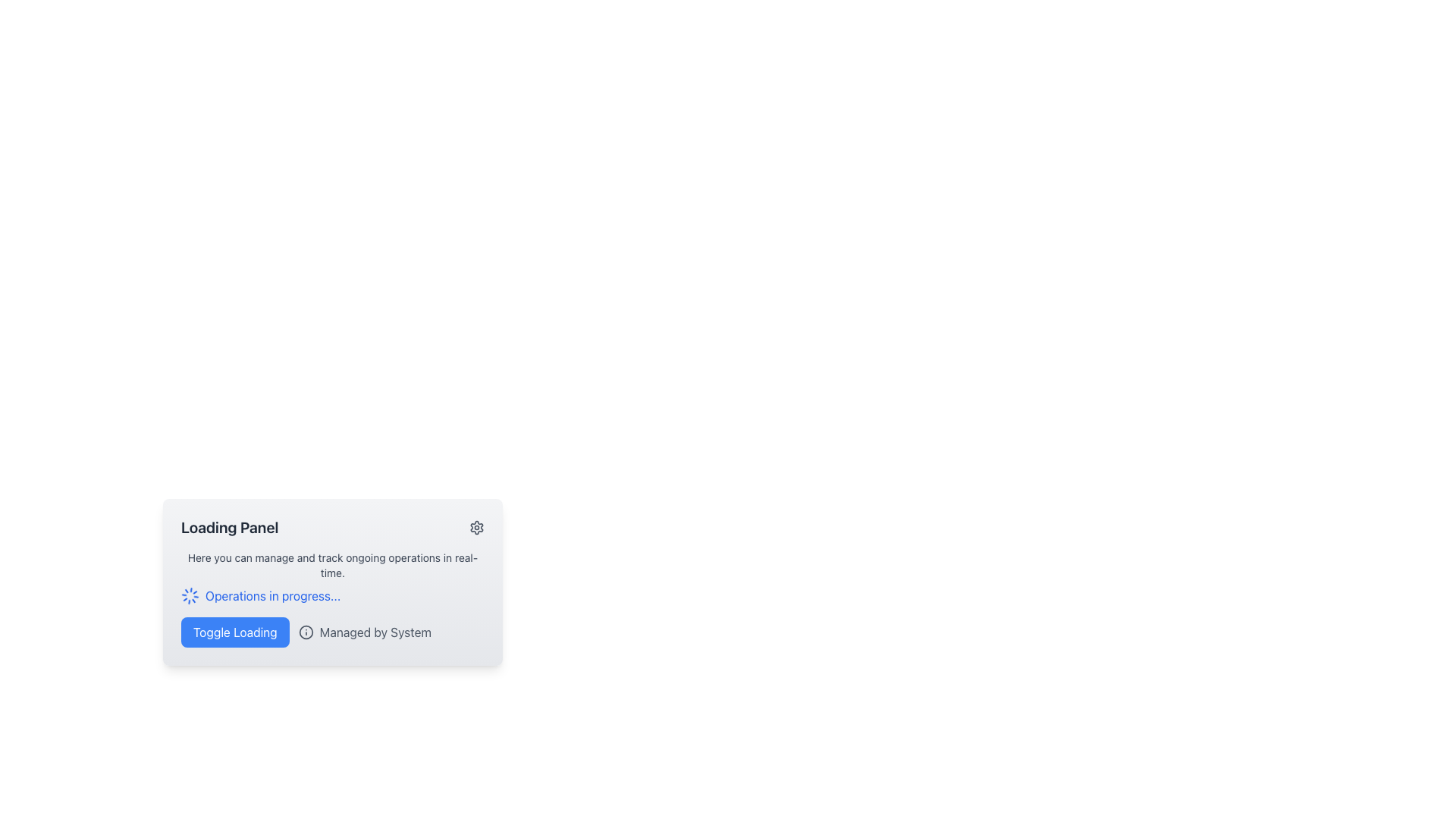  What do you see at coordinates (305, 632) in the screenshot?
I see `details of the circular icon graphic located in the footer section of the card-like component, which has a thin border and is filled with no distinct color` at bounding box center [305, 632].